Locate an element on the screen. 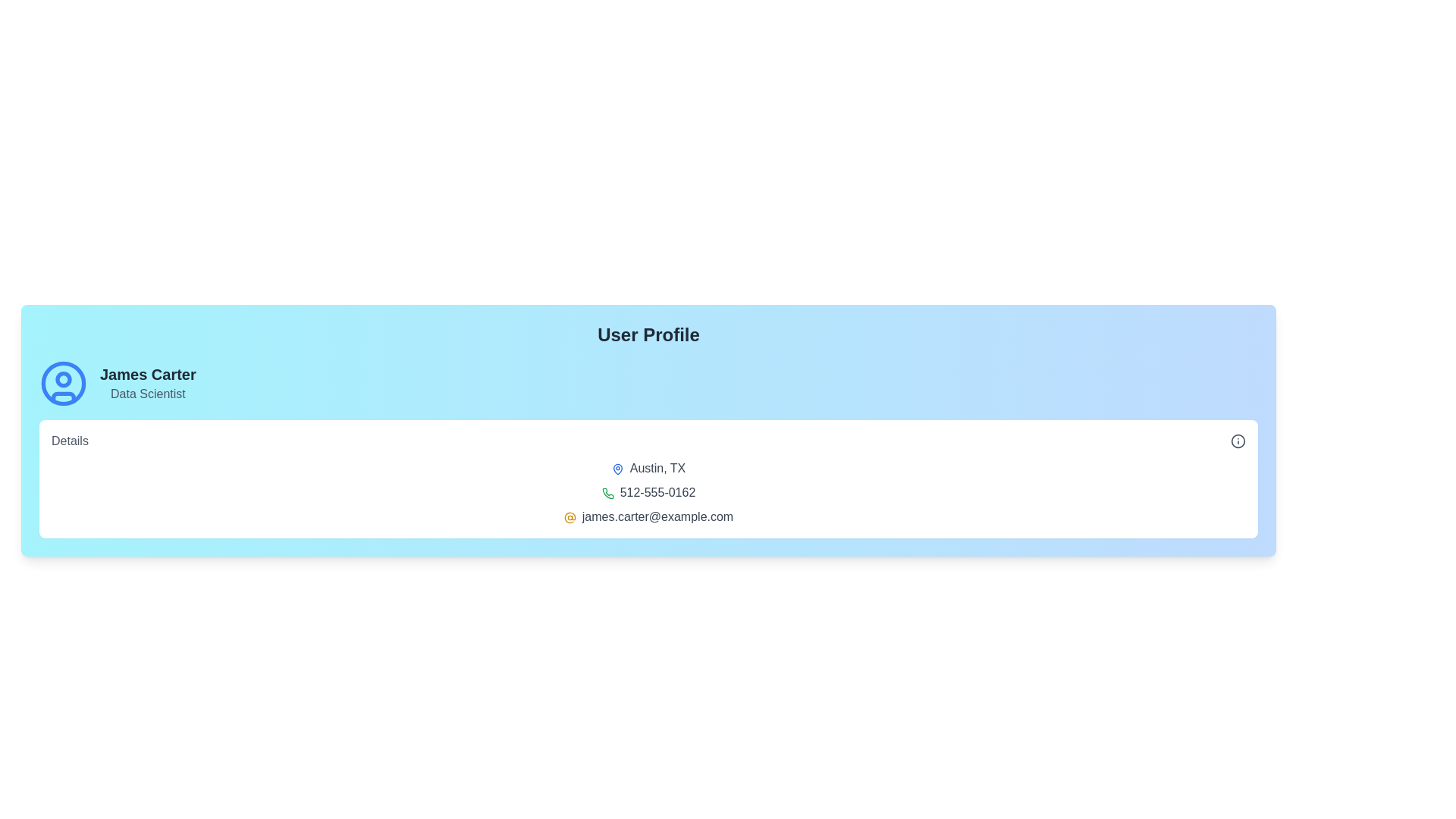 This screenshot has width=1456, height=819. the blue vector map pin icon located to the left of the text 'Austin, TX' in the 'Details' section is located at coordinates (617, 468).